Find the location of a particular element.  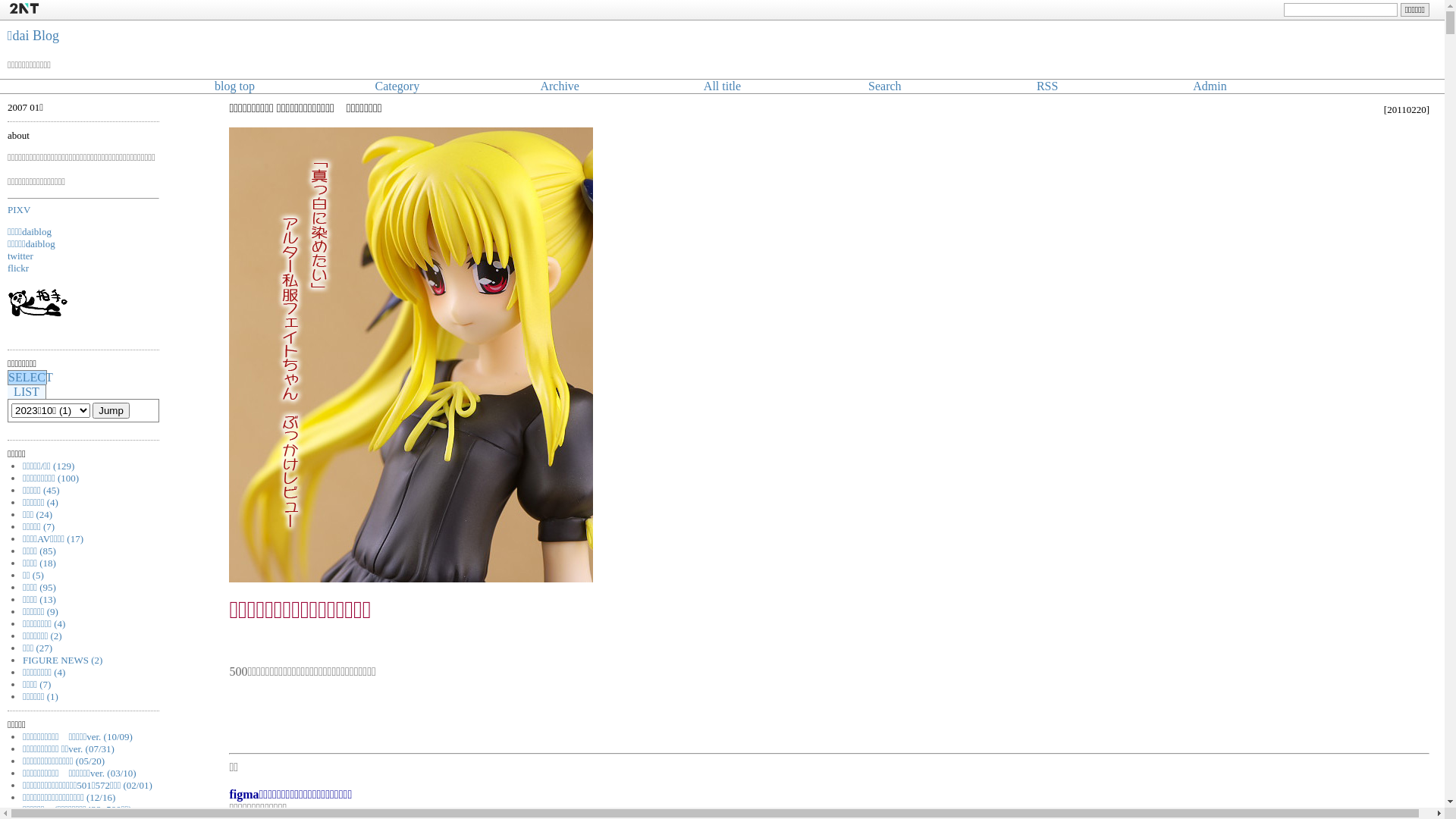

'PIXV' is located at coordinates (18, 209).